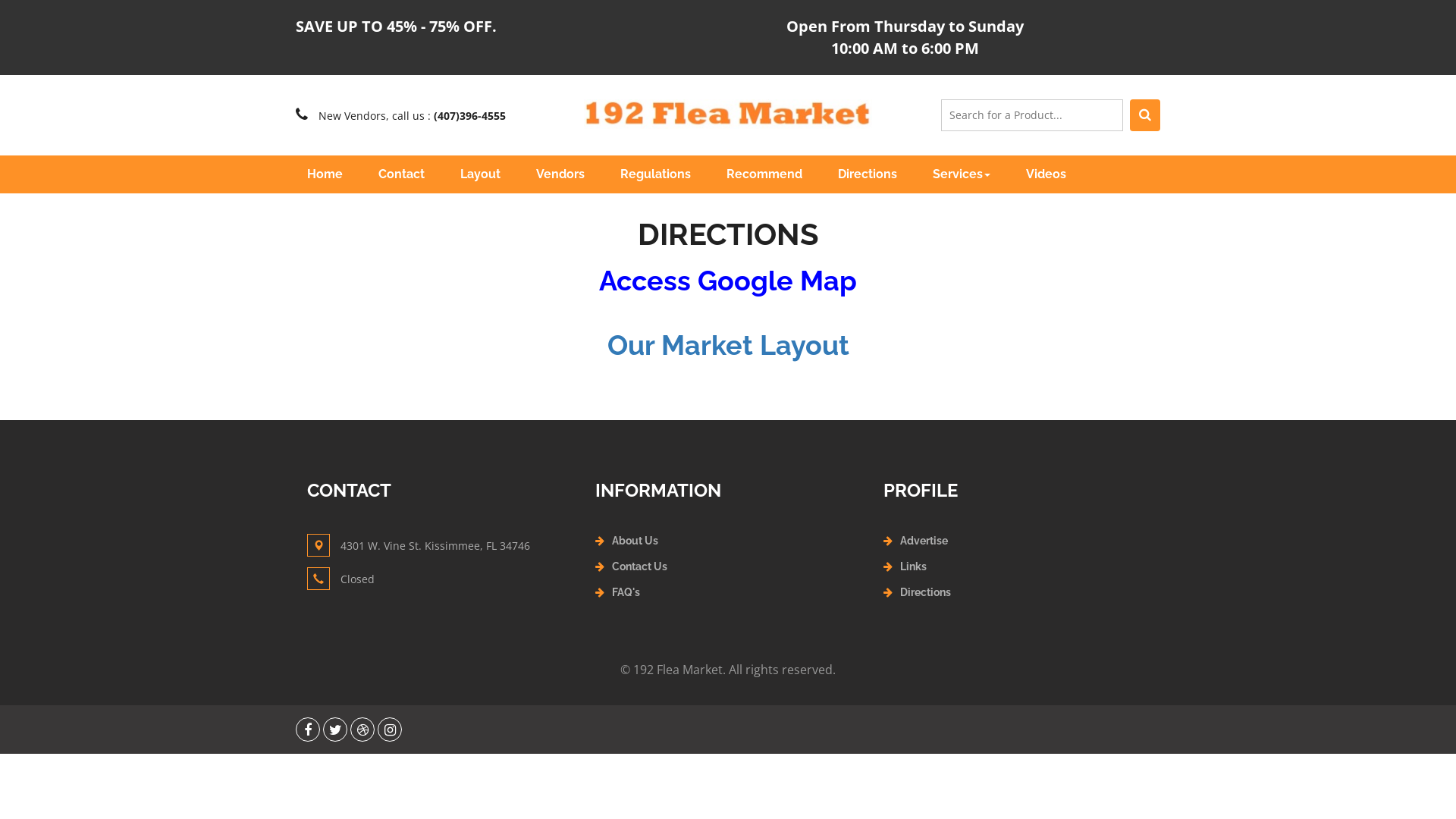 This screenshot has width=1456, height=819. Describe the element at coordinates (626, 591) in the screenshot. I see `'FAQ's'` at that location.